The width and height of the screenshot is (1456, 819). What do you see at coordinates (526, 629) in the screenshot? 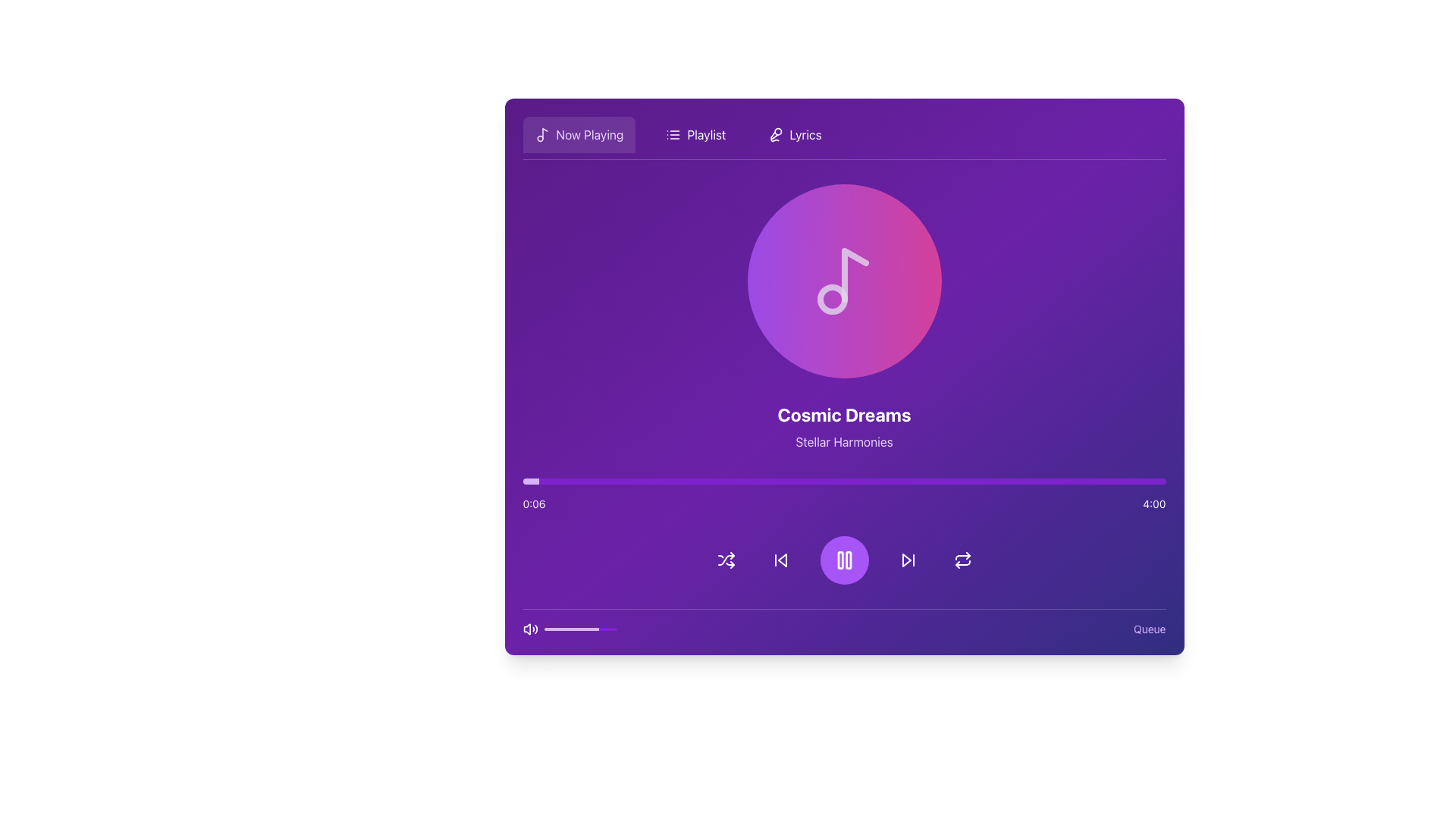
I see `the volume icon represented by the static SVG component located at the bottom left of the music player interface` at bounding box center [526, 629].